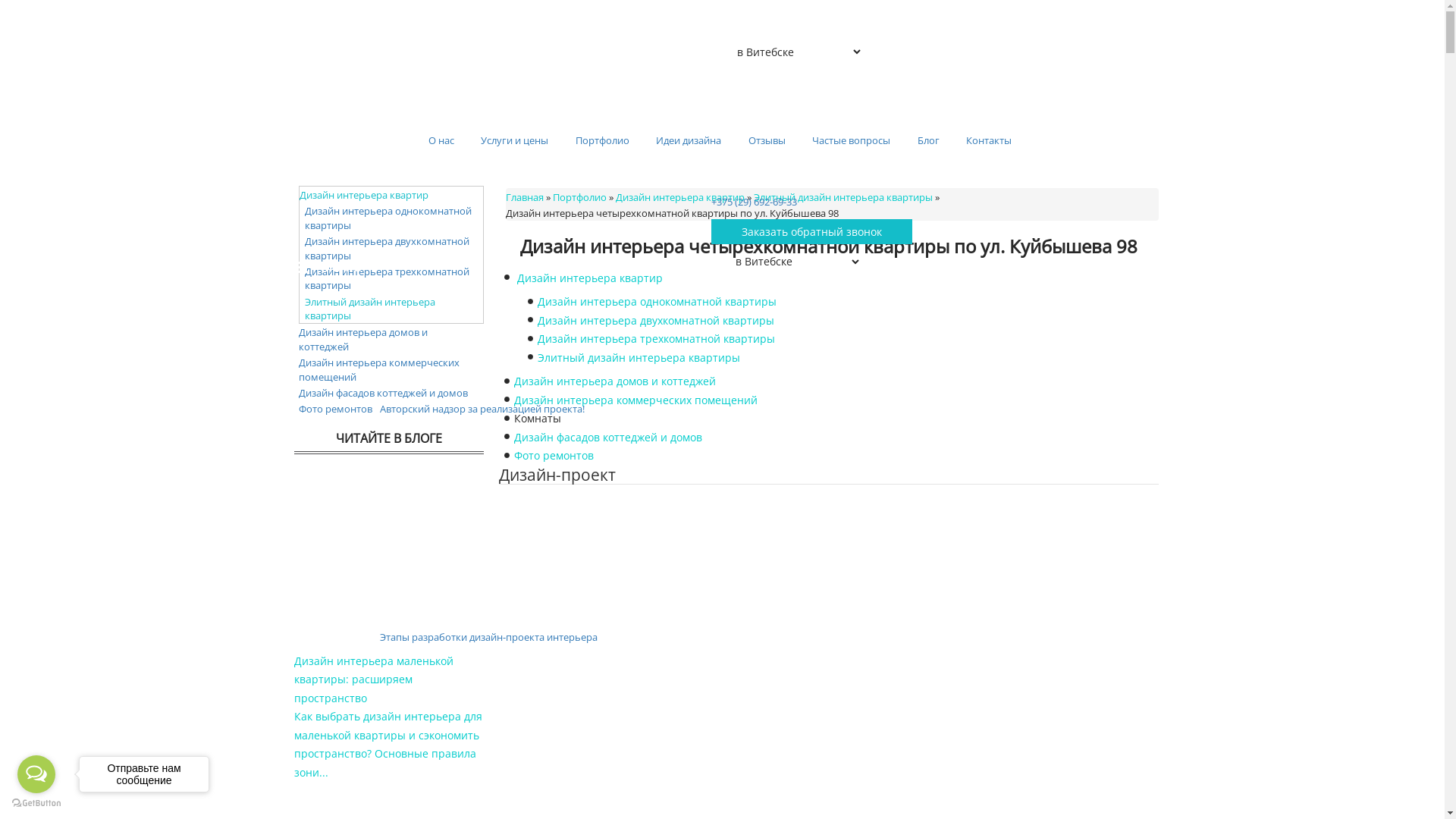 This screenshot has height=819, width=1456. Describe the element at coordinates (754, 201) in the screenshot. I see `'+375 (29) 692-69-33'` at that location.